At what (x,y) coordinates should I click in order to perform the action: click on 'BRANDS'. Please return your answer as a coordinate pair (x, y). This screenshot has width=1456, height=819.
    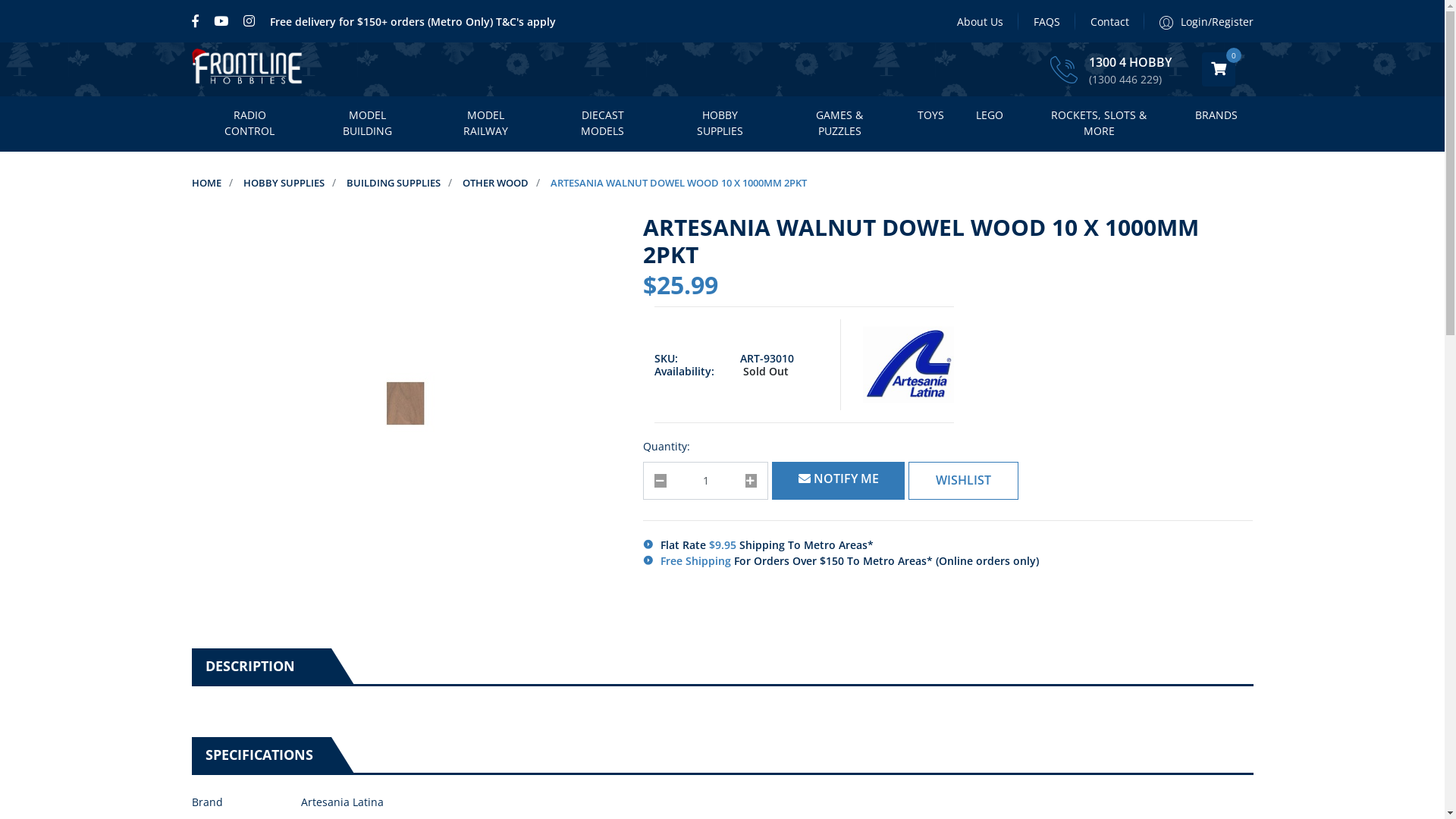
    Looking at the image, I should click on (1216, 115).